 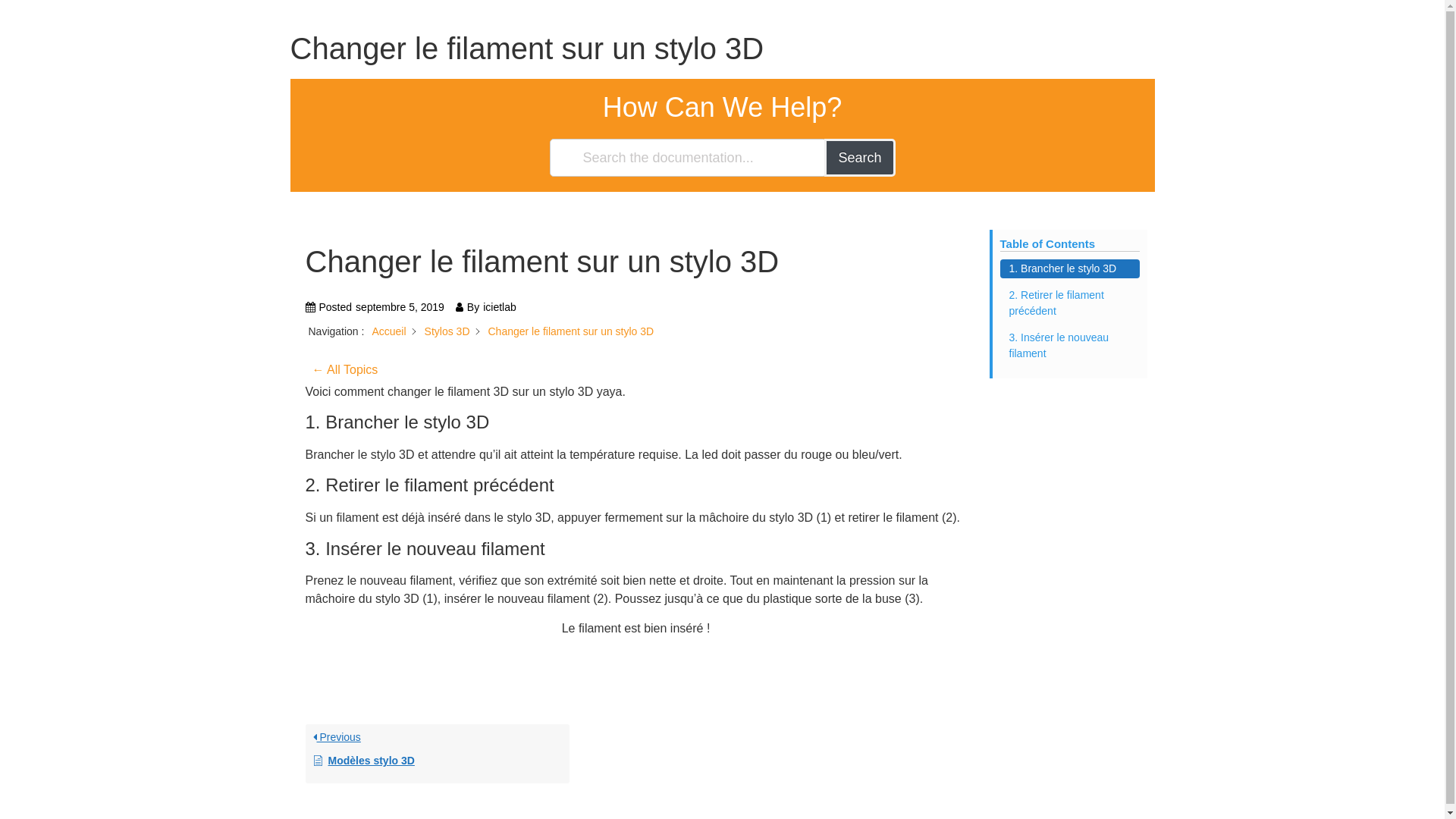 I want to click on 'Accueil', so click(x=388, y=330).